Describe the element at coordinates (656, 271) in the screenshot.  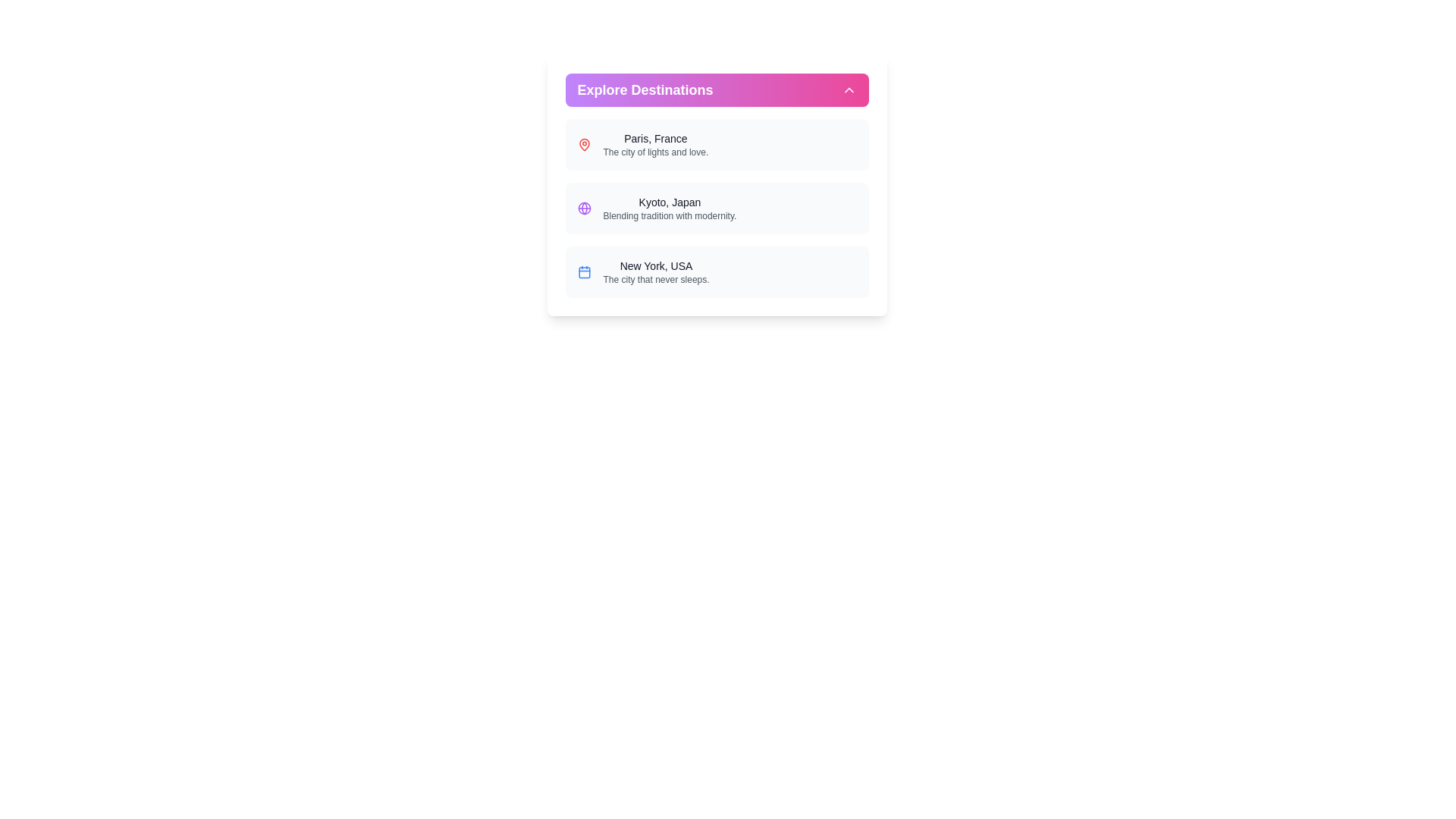
I see `the text block displaying 'New York, USA' with the tagline 'The city that never sleeps', which is the third entry under 'Explore Destinations'` at that location.